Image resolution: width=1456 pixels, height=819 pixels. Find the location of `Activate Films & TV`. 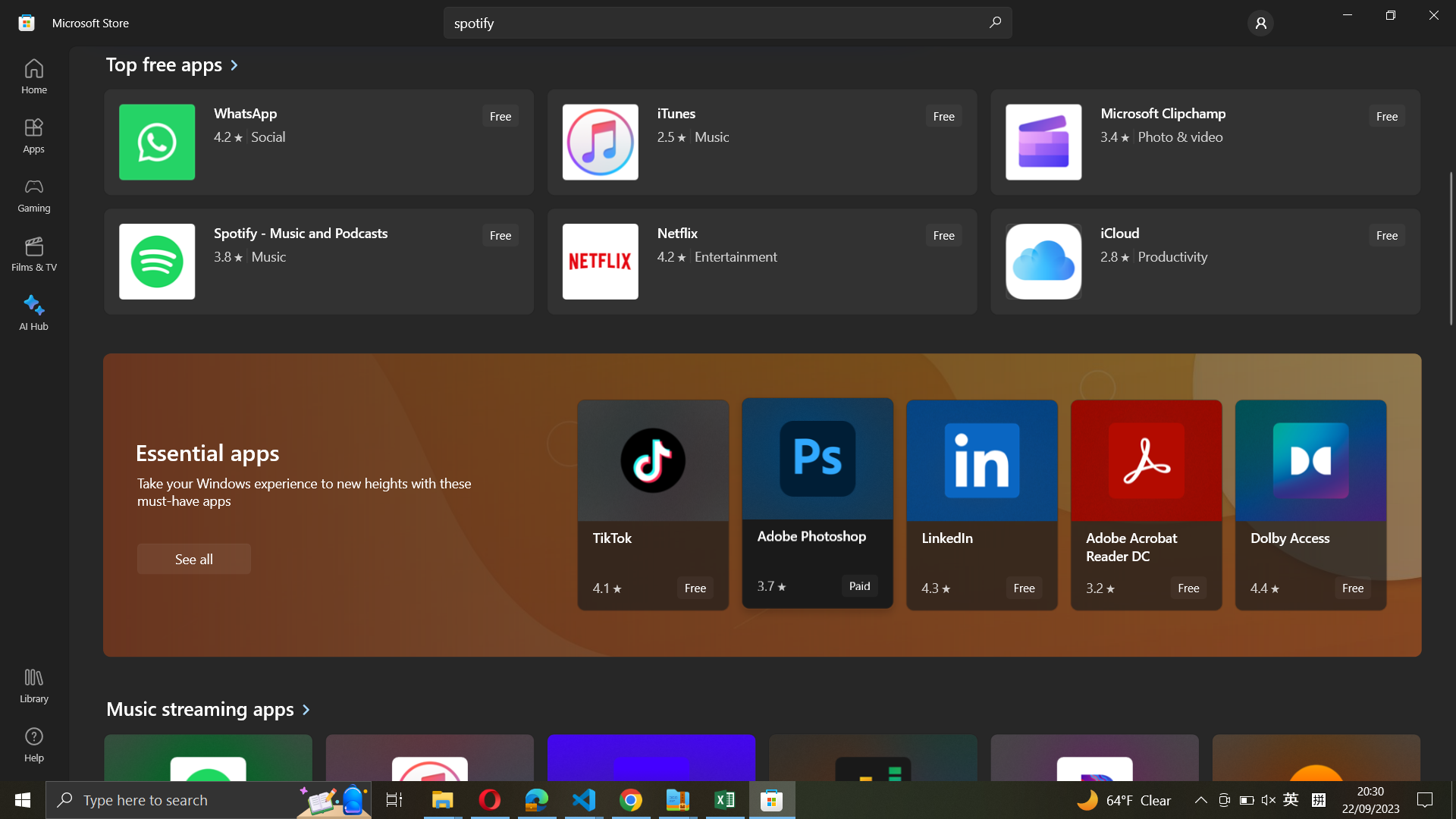

Activate Films & TV is located at coordinates (36, 252).